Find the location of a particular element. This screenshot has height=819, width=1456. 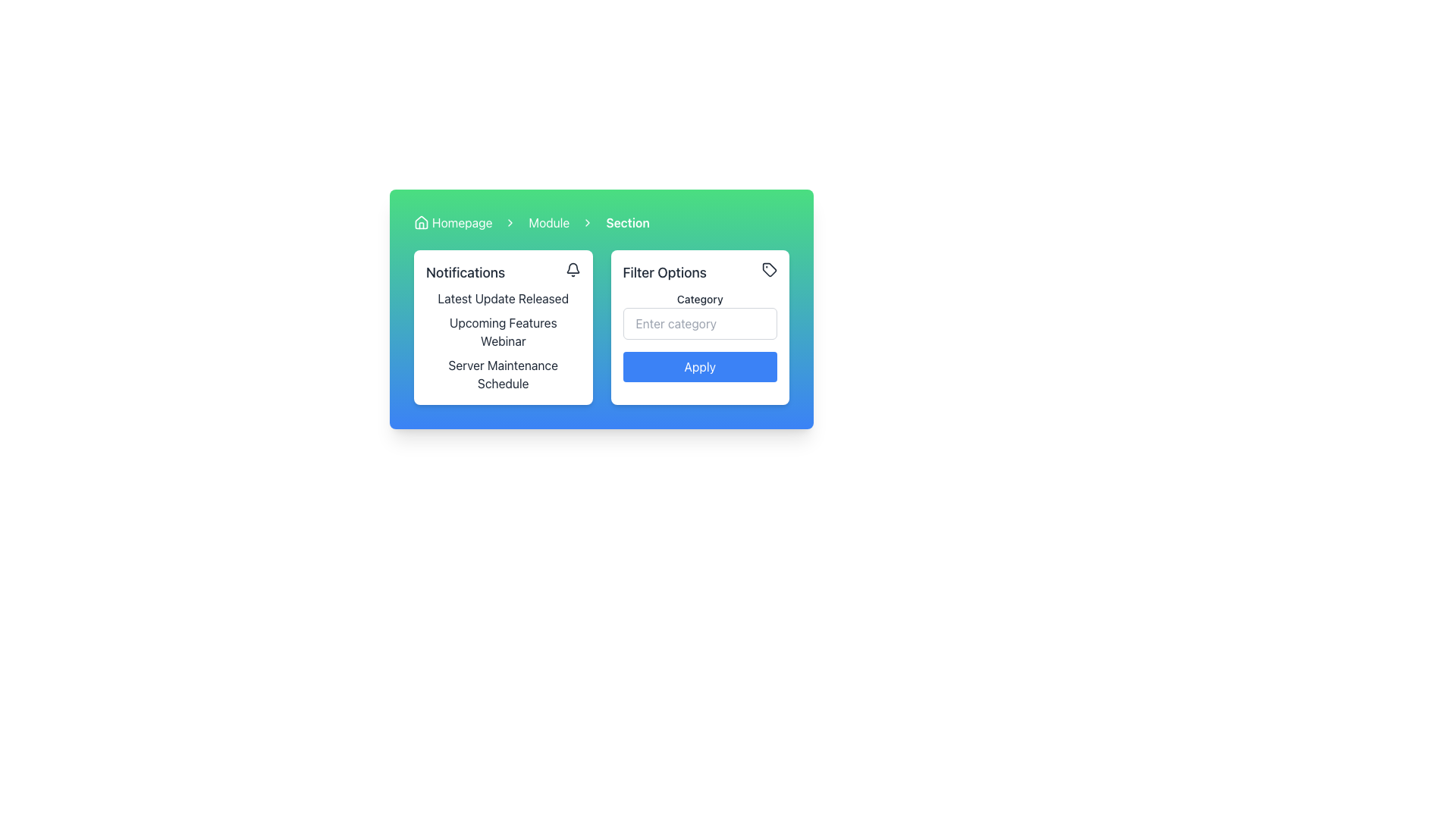

the button located in the 'Filter Options' section, below the category input box, to observe the color change is located at coordinates (699, 366).